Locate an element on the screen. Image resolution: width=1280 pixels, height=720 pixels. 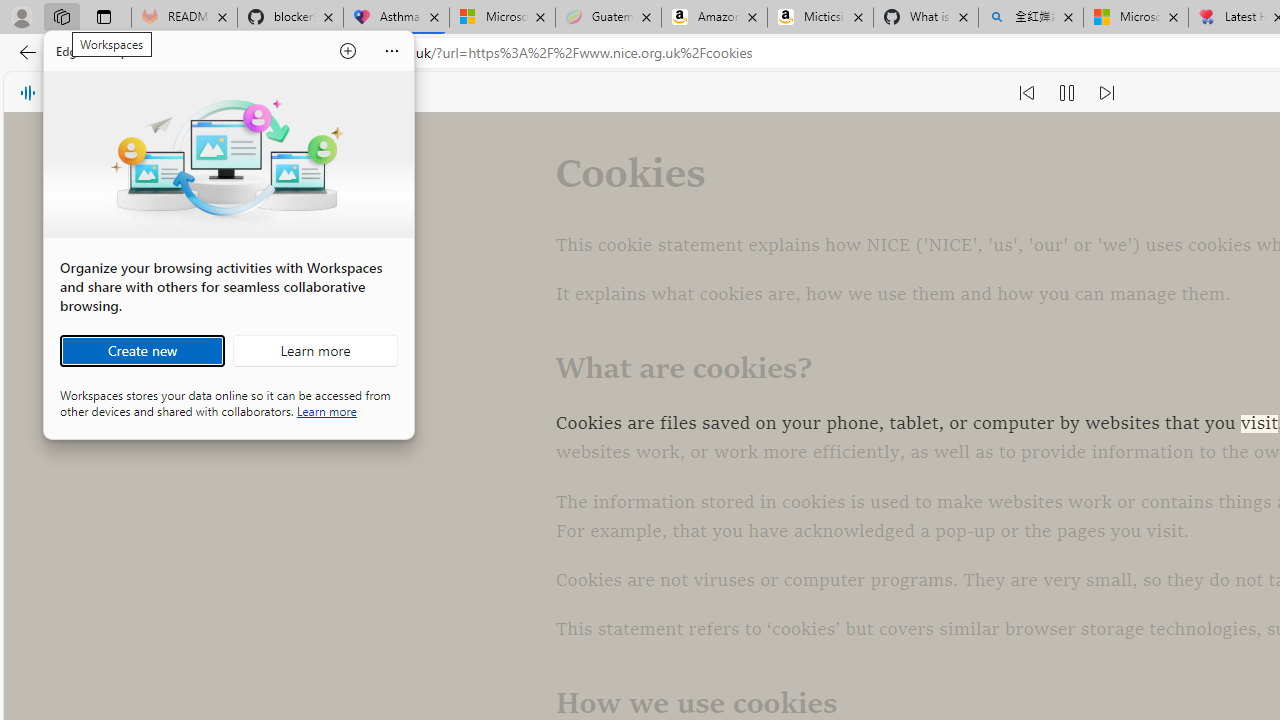
'Read previous paragraph' is located at coordinates (1026, 92).